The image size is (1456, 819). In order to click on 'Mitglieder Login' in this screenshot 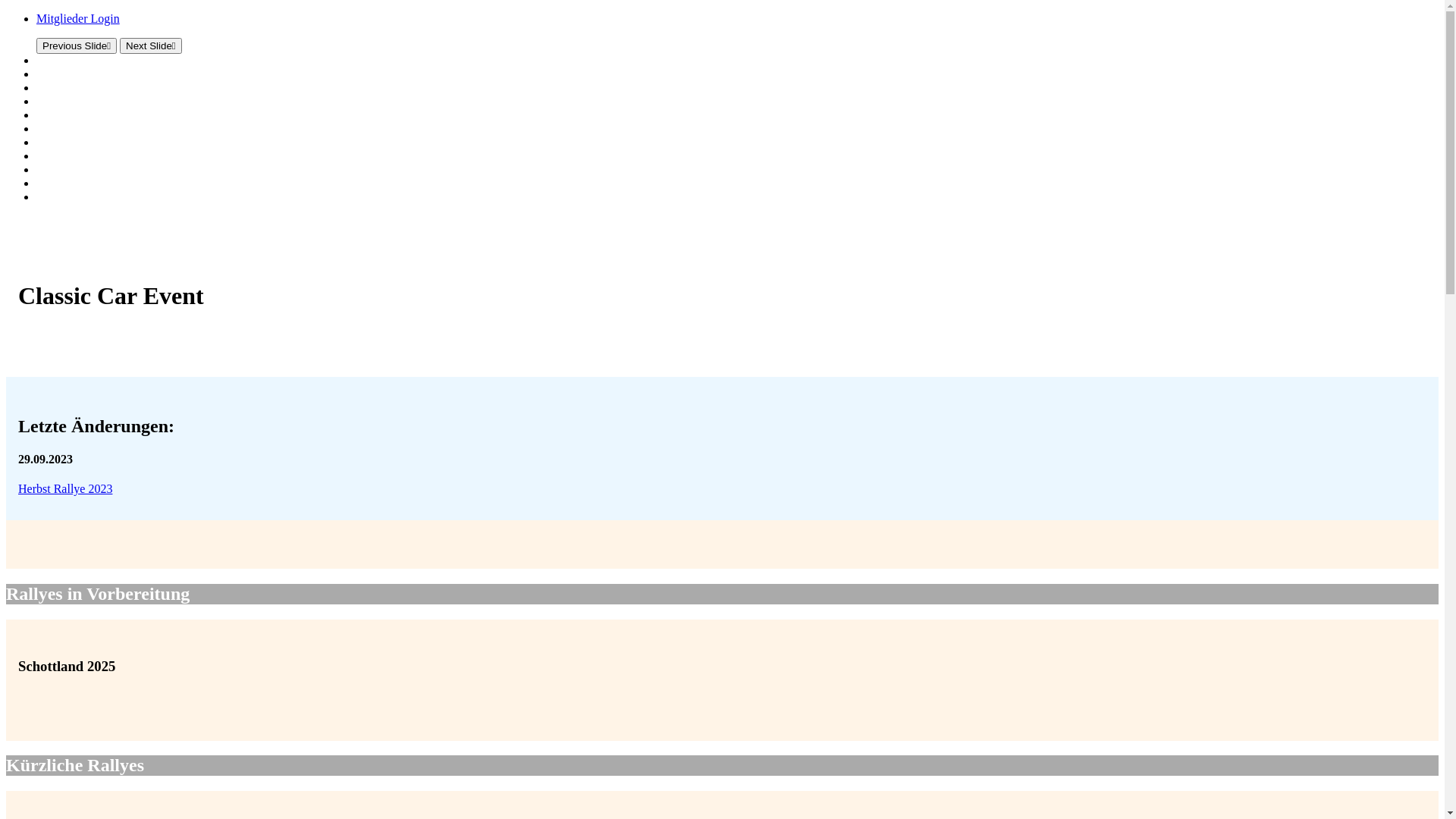, I will do `click(77, 18)`.